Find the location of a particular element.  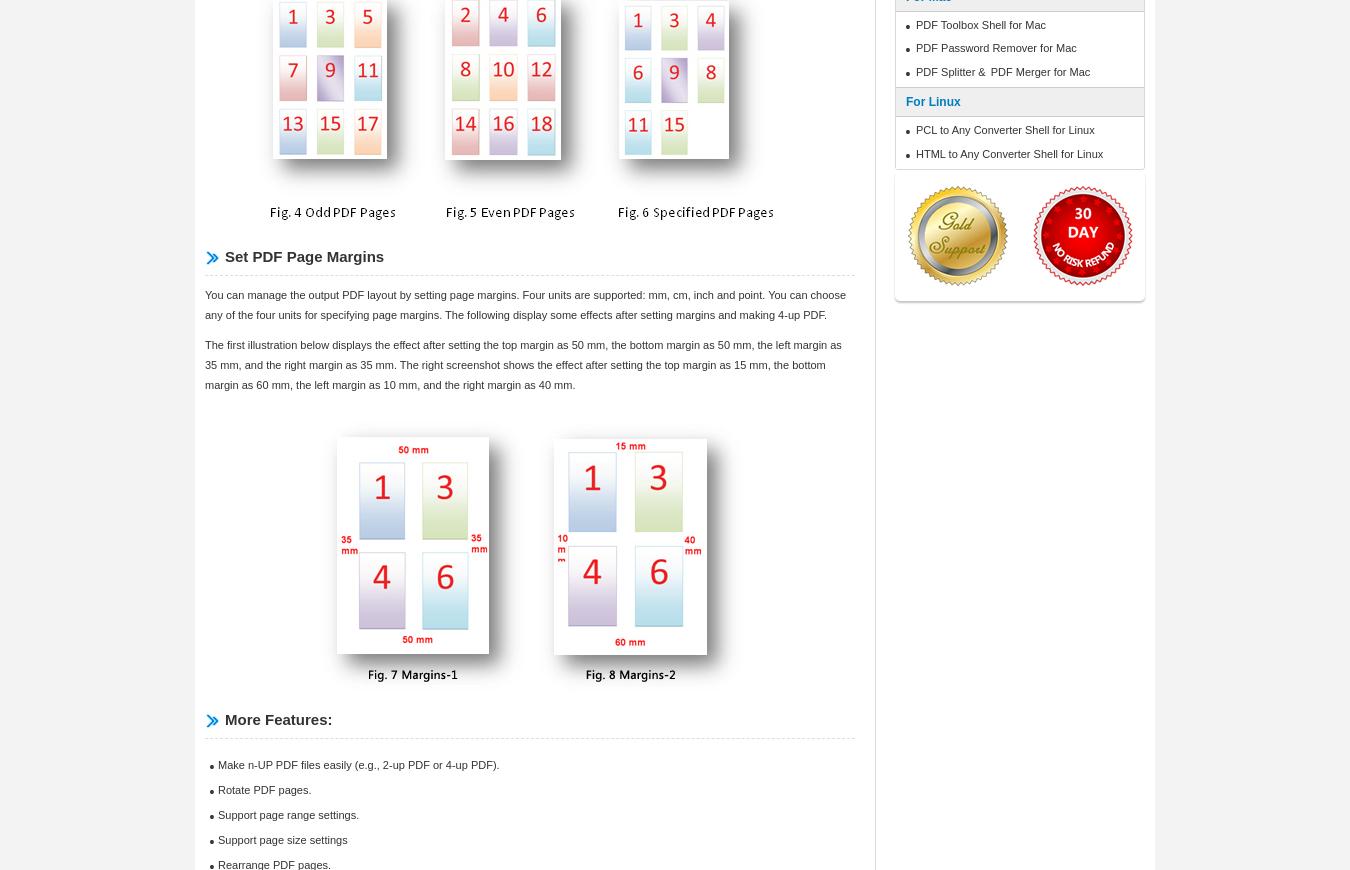

'You can manage the output PDF layout by  setting page margins. Four units are supported: mm, cm, inch and point. You can  choose any of the four units for specifying page margins. The following display  some effects after setting margins and making 4-up PDF.' is located at coordinates (524, 305).